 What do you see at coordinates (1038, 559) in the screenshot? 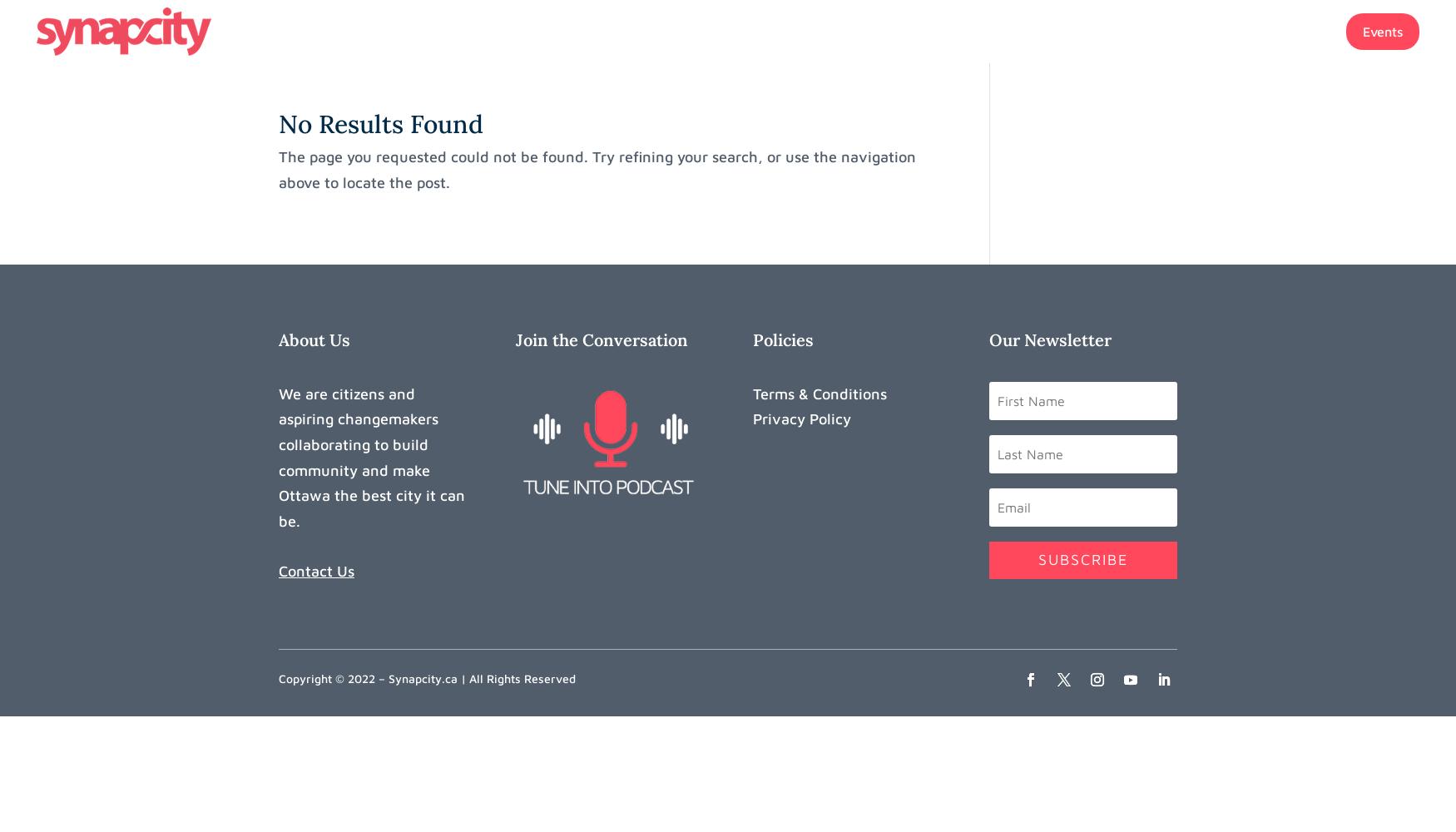
I see `'Subscribe'` at bounding box center [1038, 559].